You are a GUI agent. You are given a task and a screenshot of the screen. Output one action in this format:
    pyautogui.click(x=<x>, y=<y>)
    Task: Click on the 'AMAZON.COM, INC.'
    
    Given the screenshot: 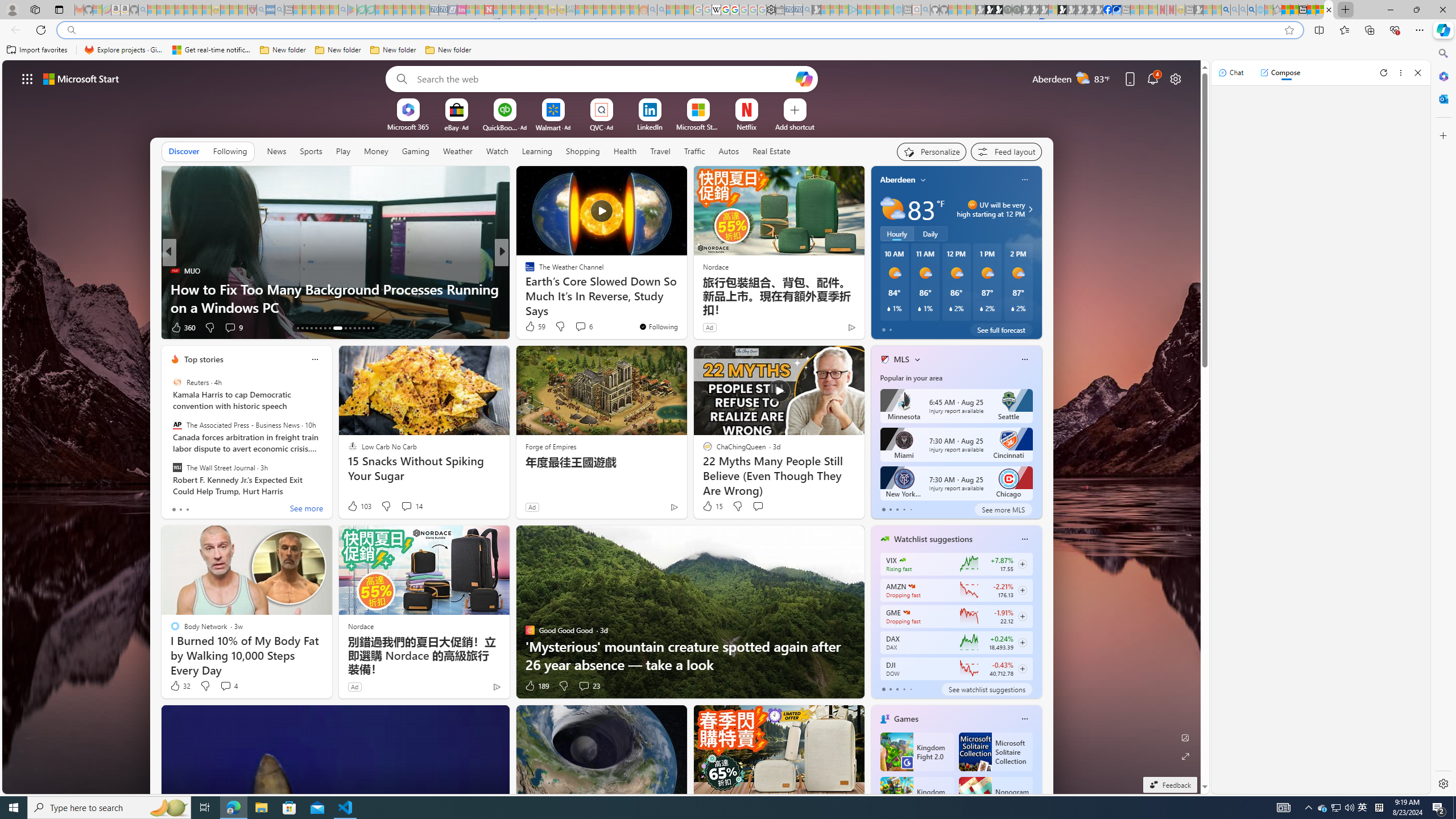 What is the action you would take?
    pyautogui.click(x=911, y=586)
    